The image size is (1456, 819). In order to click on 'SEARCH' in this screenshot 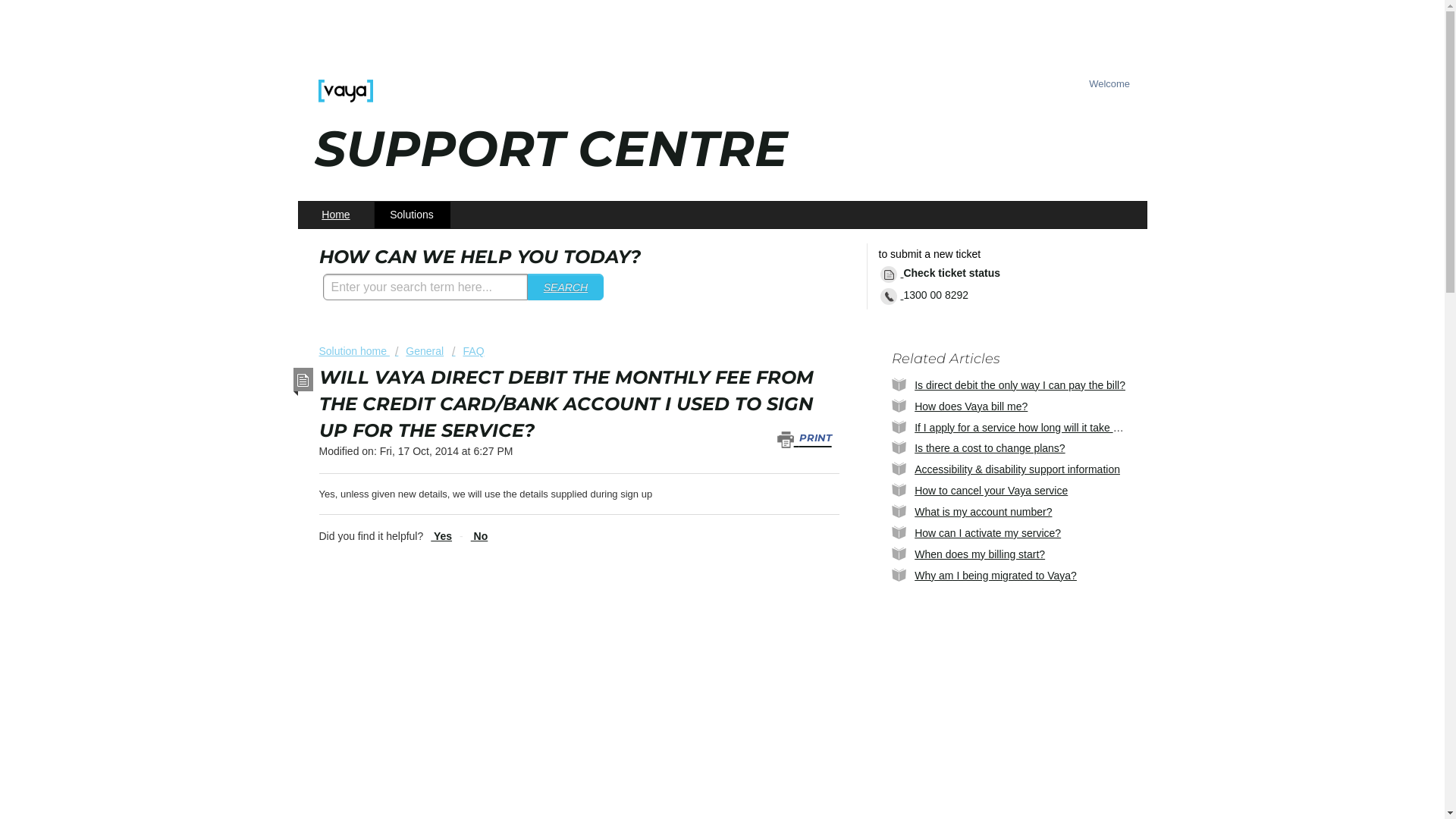, I will do `click(564, 287)`.